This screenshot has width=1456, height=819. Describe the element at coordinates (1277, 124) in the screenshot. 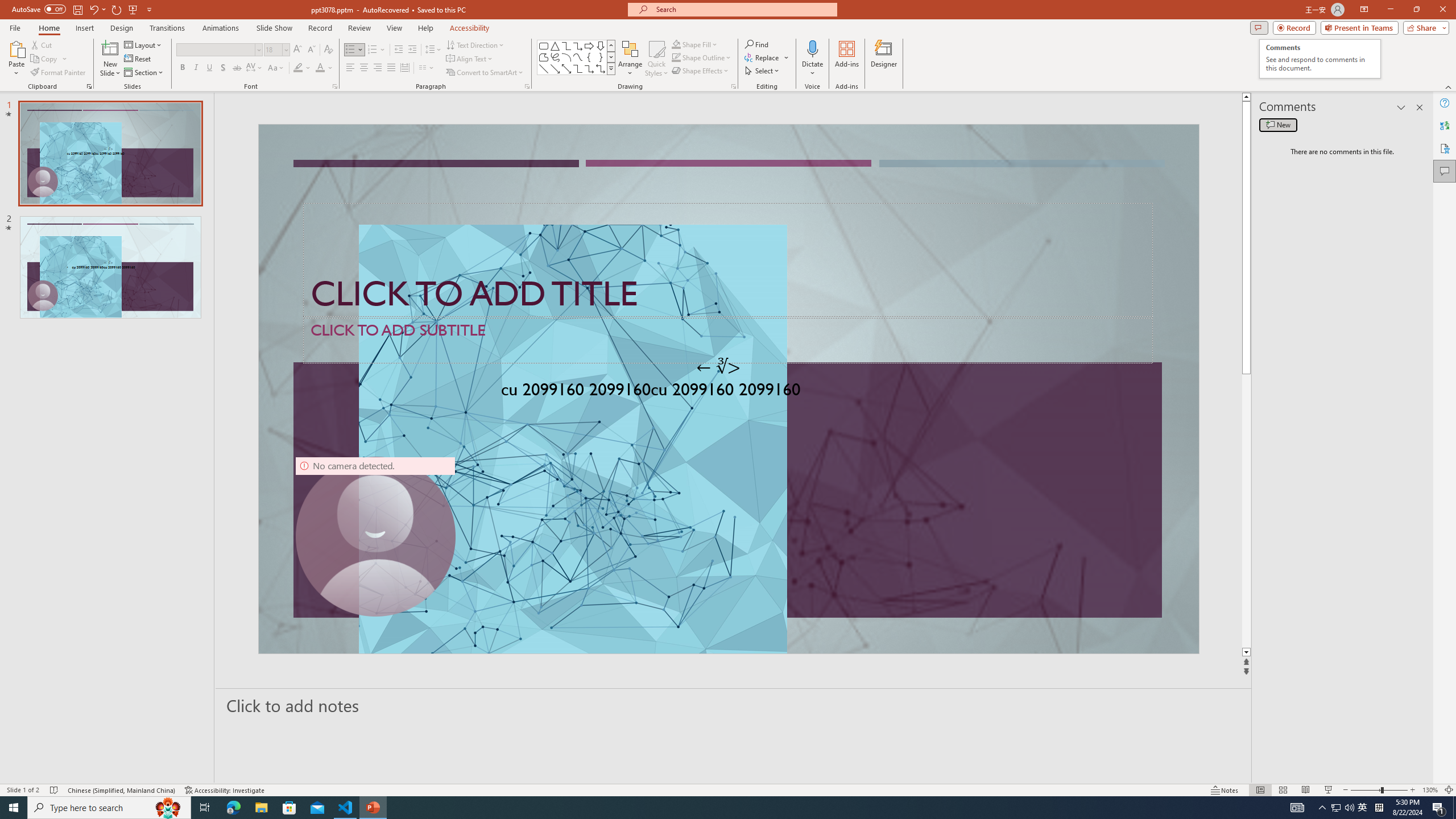

I see `'New comment'` at that location.